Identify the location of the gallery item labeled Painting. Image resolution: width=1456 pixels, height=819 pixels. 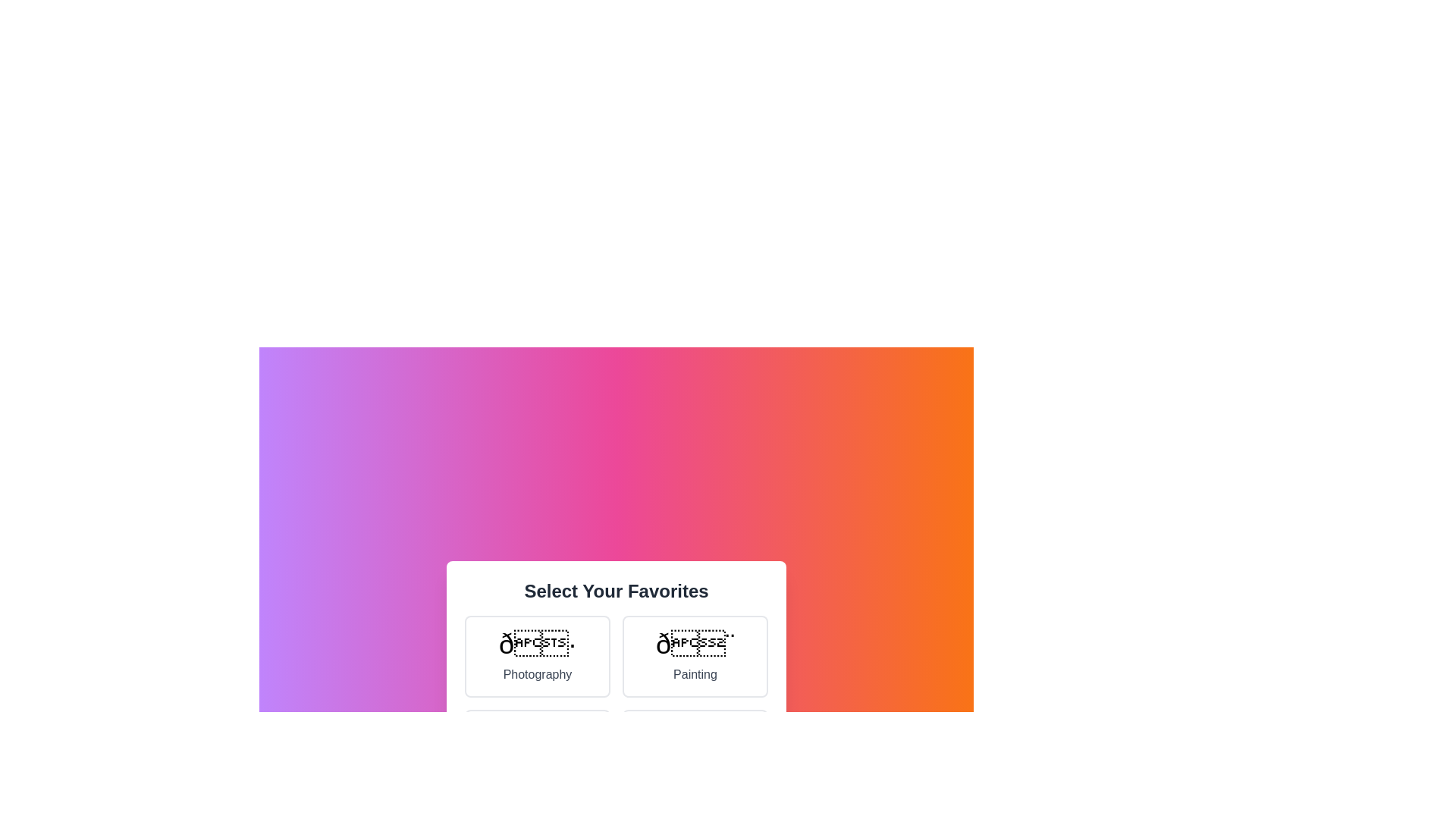
(694, 656).